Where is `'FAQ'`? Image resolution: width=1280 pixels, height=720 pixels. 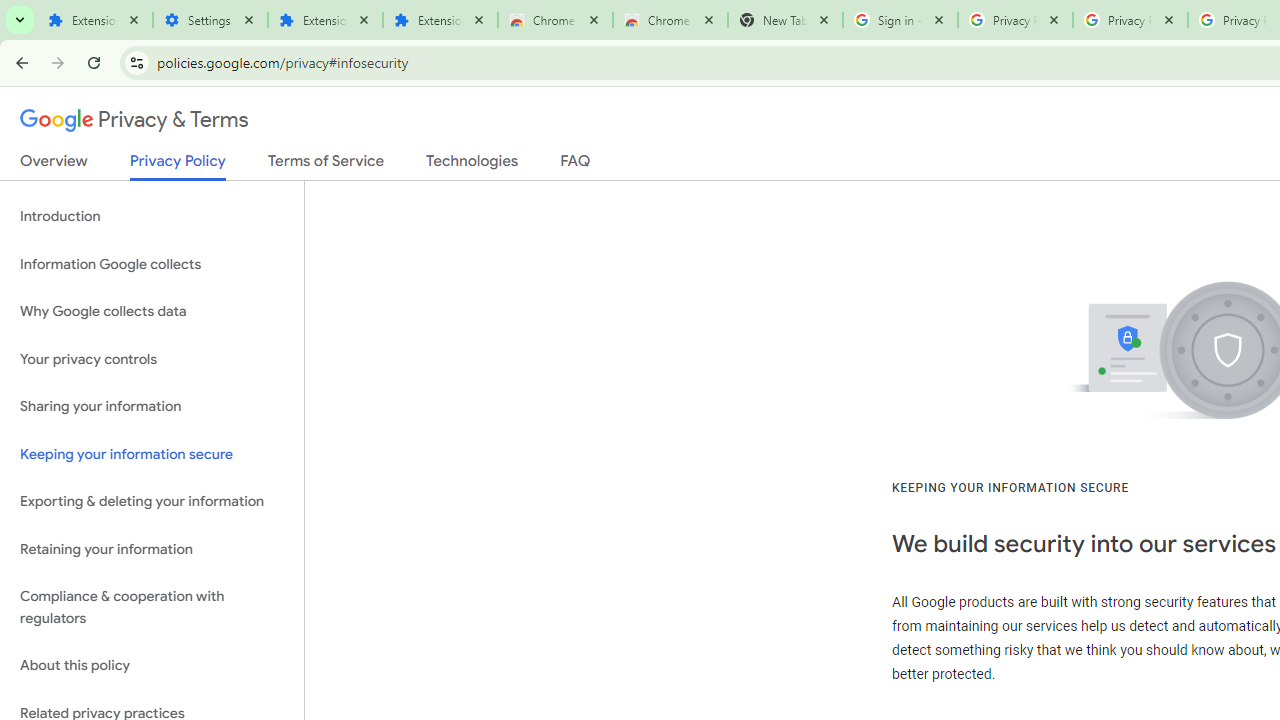
'FAQ' is located at coordinates (575, 164).